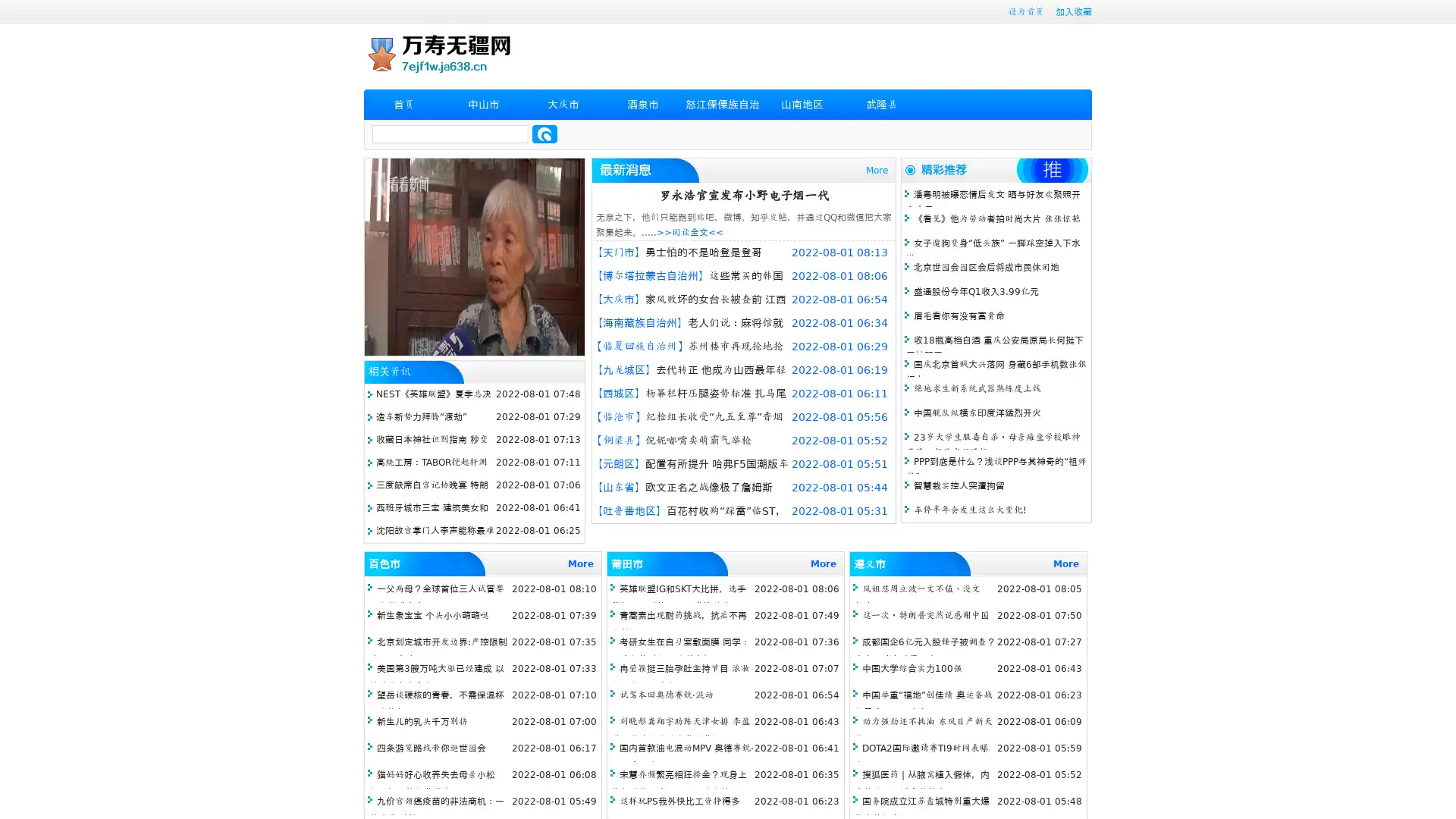 The height and width of the screenshot is (819, 1456). Describe the element at coordinates (544, 133) in the screenshot. I see `Search` at that location.